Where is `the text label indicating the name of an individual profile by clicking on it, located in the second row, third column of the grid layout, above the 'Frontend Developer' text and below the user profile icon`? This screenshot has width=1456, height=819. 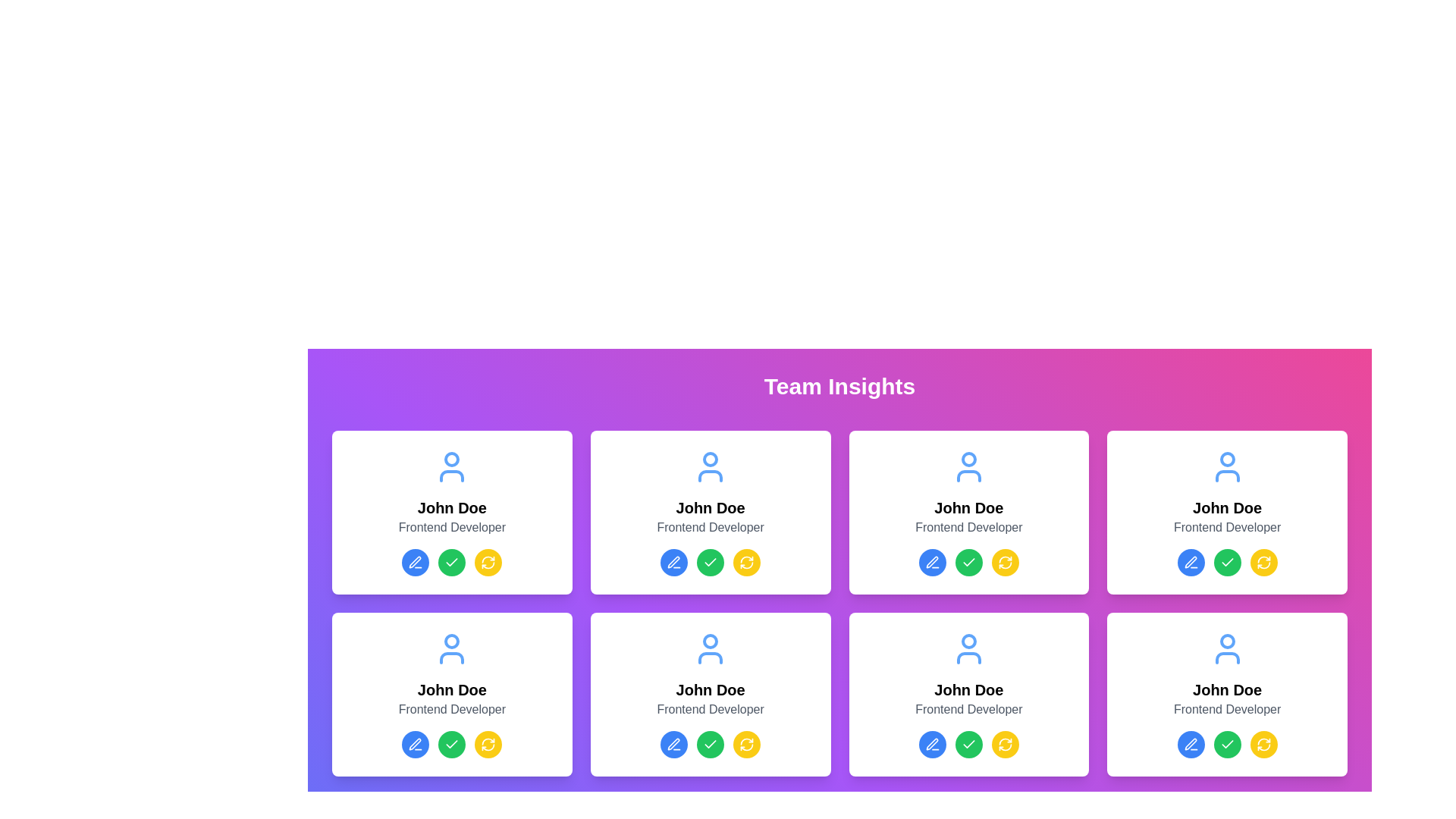 the text label indicating the name of an individual profile by clicking on it, located in the second row, third column of the grid layout, above the 'Frontend Developer' text and below the user profile icon is located at coordinates (710, 690).